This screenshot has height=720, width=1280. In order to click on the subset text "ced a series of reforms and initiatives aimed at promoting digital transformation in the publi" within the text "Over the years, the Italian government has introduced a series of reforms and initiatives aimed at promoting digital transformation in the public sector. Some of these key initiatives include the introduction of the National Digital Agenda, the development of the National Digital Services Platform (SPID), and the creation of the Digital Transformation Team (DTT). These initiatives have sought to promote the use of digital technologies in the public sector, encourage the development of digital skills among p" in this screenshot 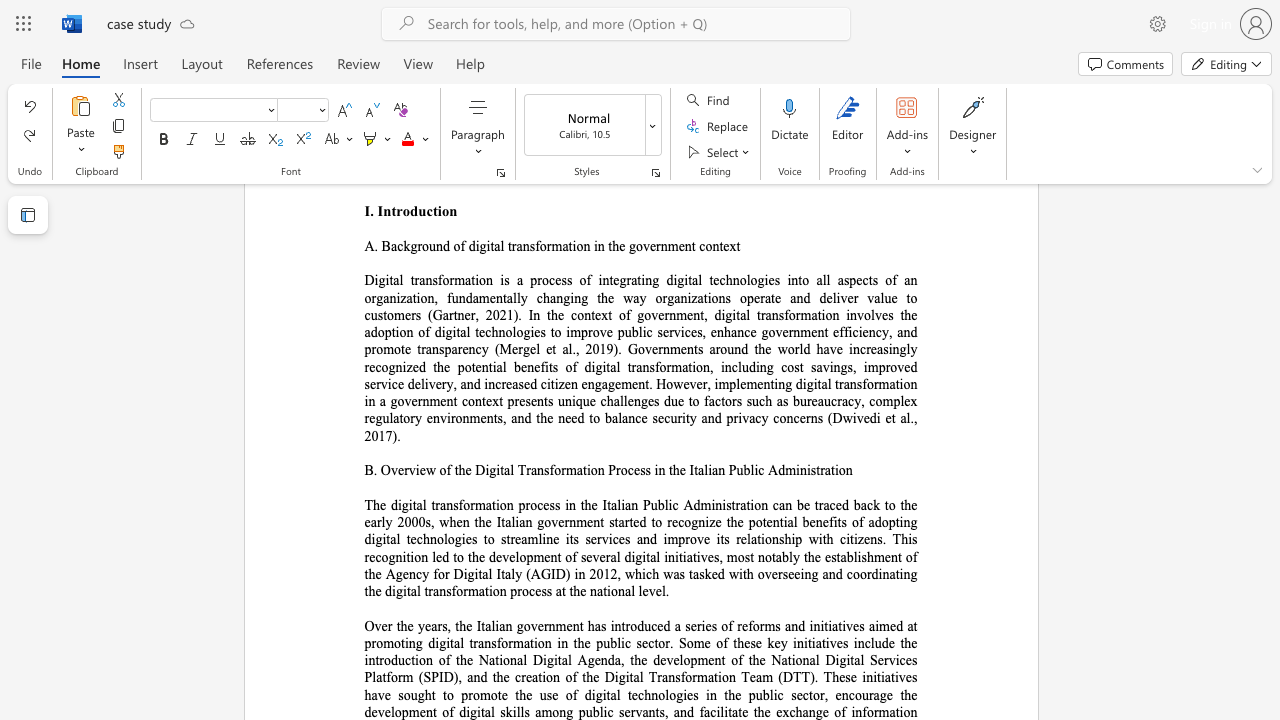, I will do `click(651, 625)`.